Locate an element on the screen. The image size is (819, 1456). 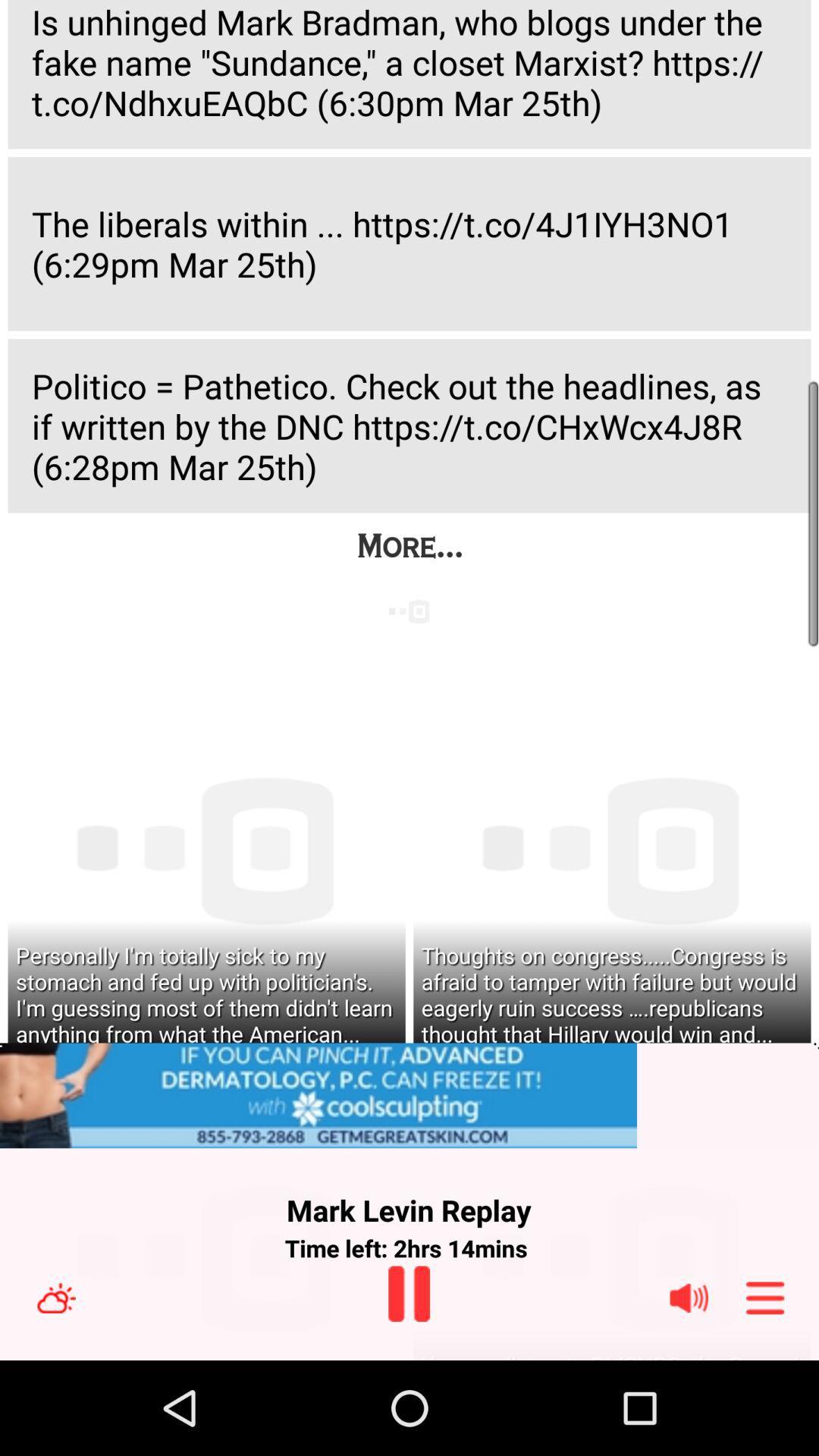
the pause icon is located at coordinates (408, 1385).